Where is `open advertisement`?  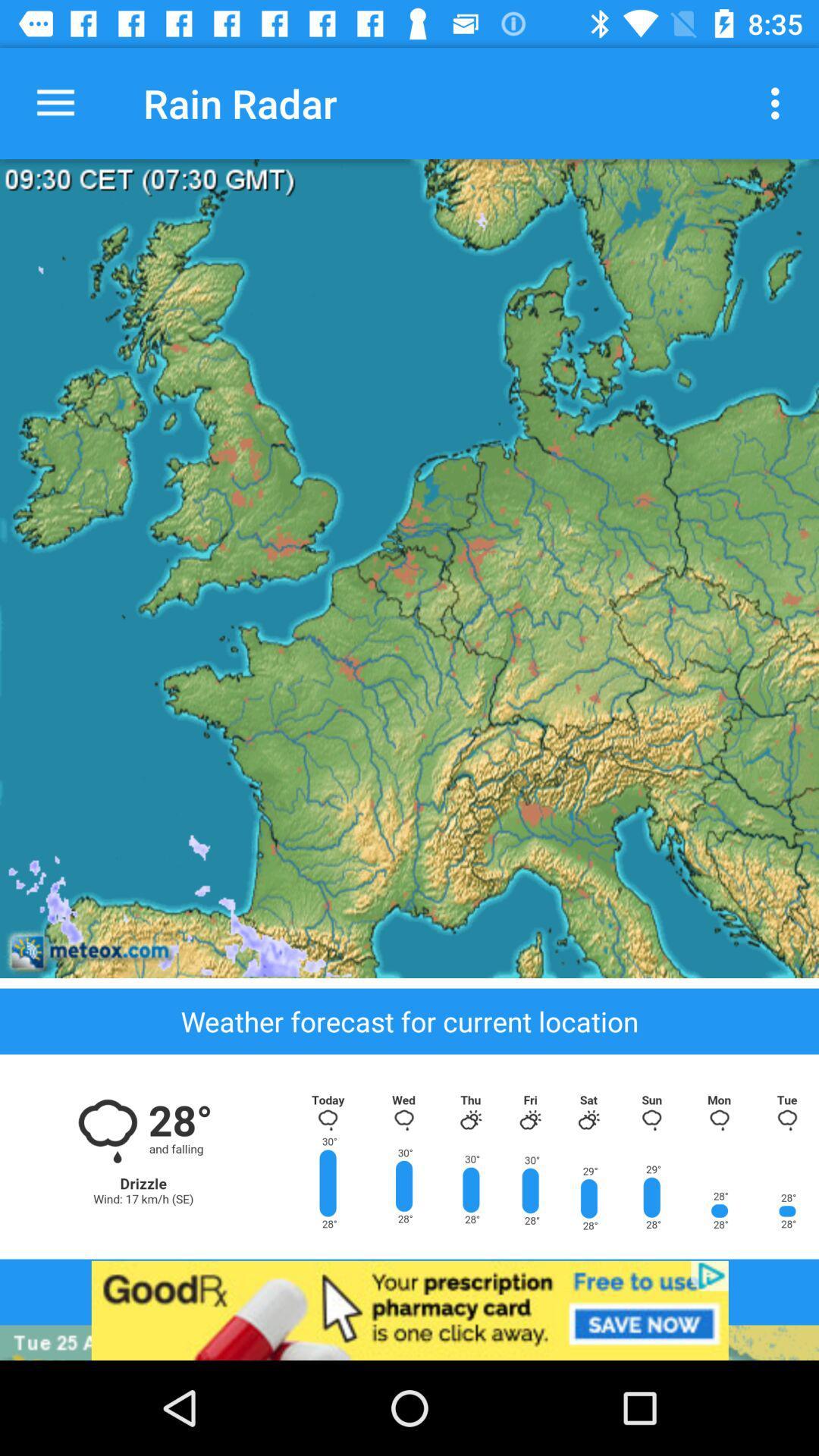
open advertisement is located at coordinates (409, 1310).